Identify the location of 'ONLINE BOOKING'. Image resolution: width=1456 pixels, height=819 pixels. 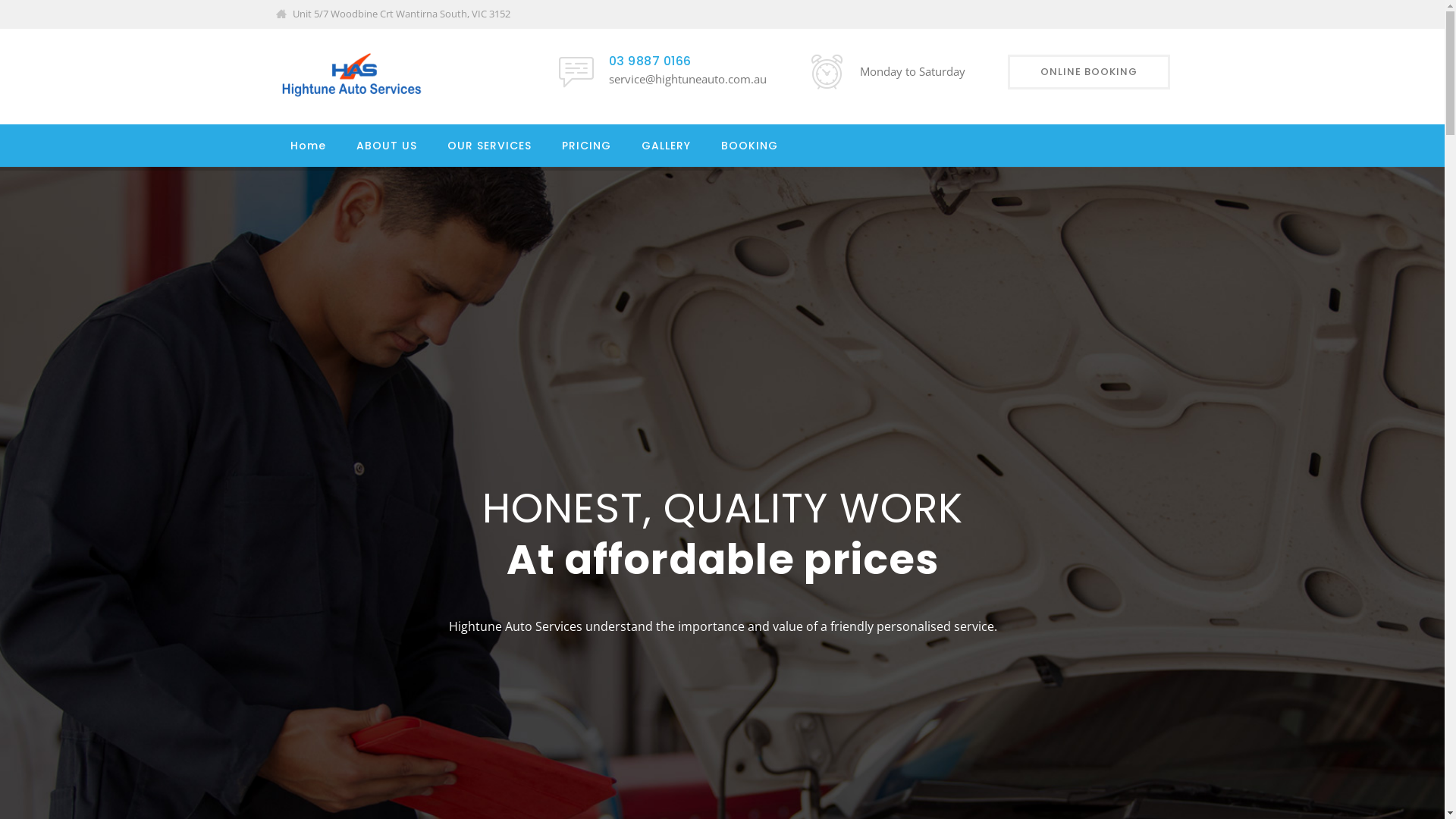
(1087, 72).